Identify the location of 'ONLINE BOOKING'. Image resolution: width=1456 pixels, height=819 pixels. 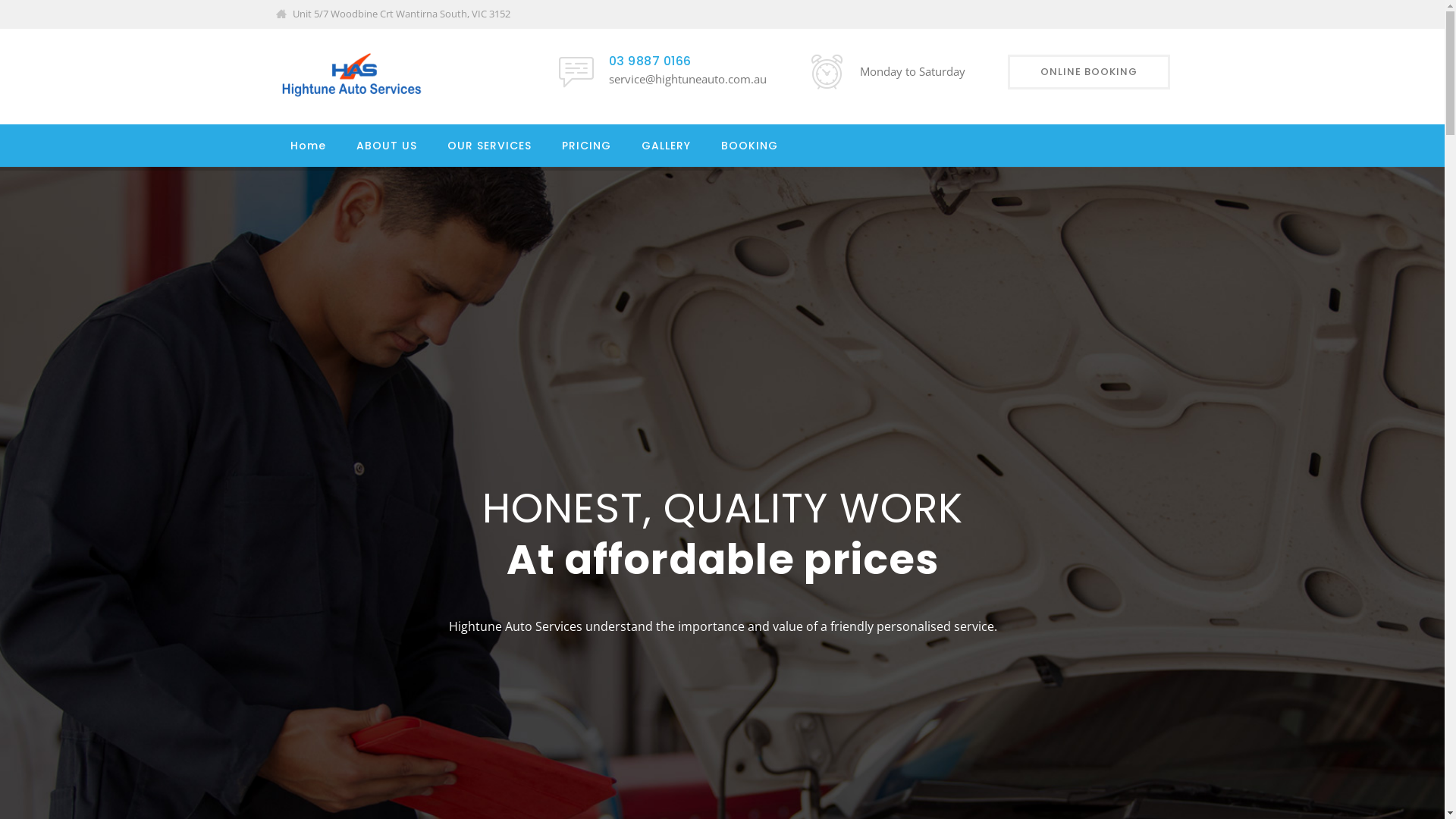
(1087, 72).